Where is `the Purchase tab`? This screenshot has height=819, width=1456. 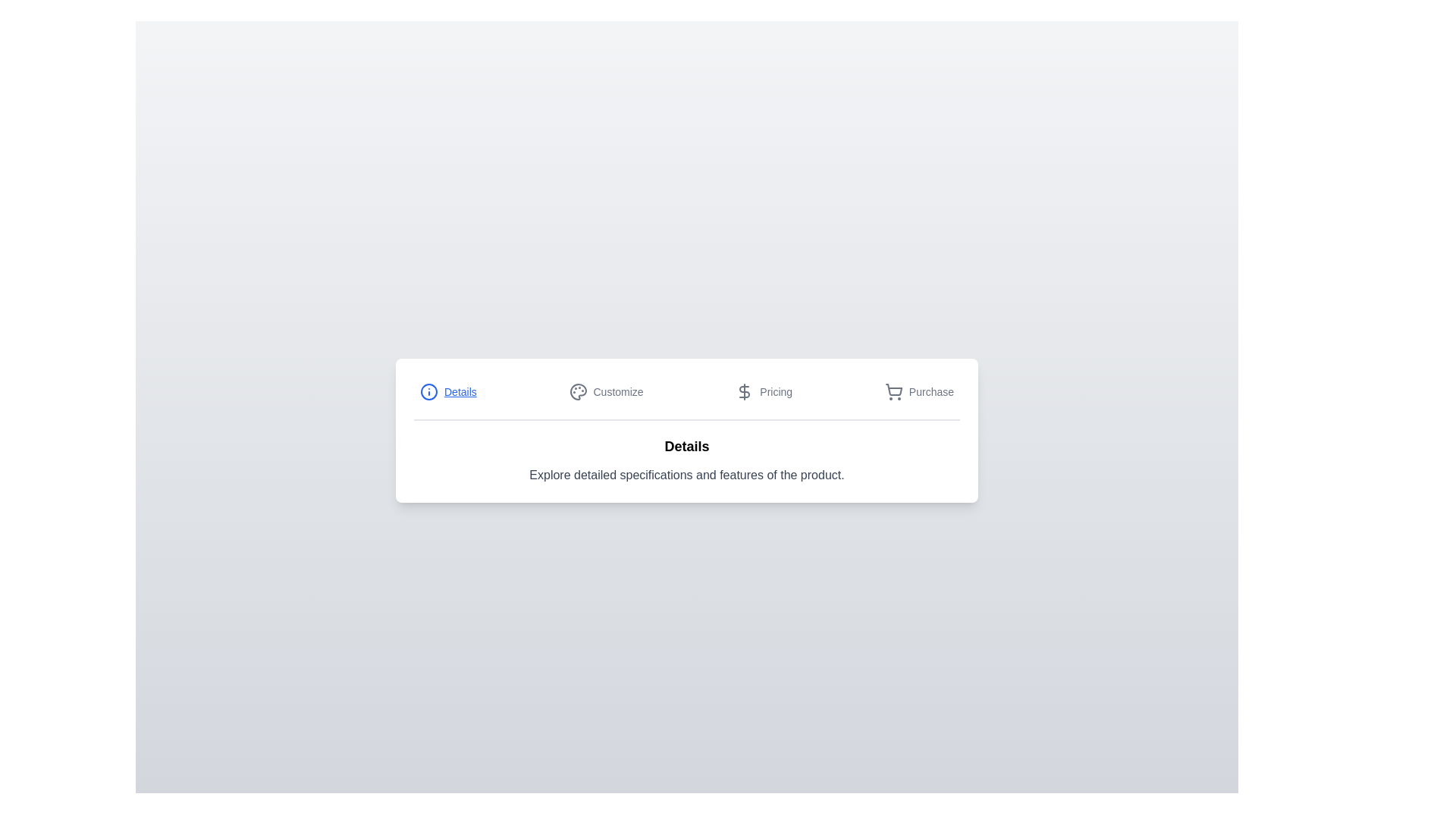 the Purchase tab is located at coordinates (918, 391).